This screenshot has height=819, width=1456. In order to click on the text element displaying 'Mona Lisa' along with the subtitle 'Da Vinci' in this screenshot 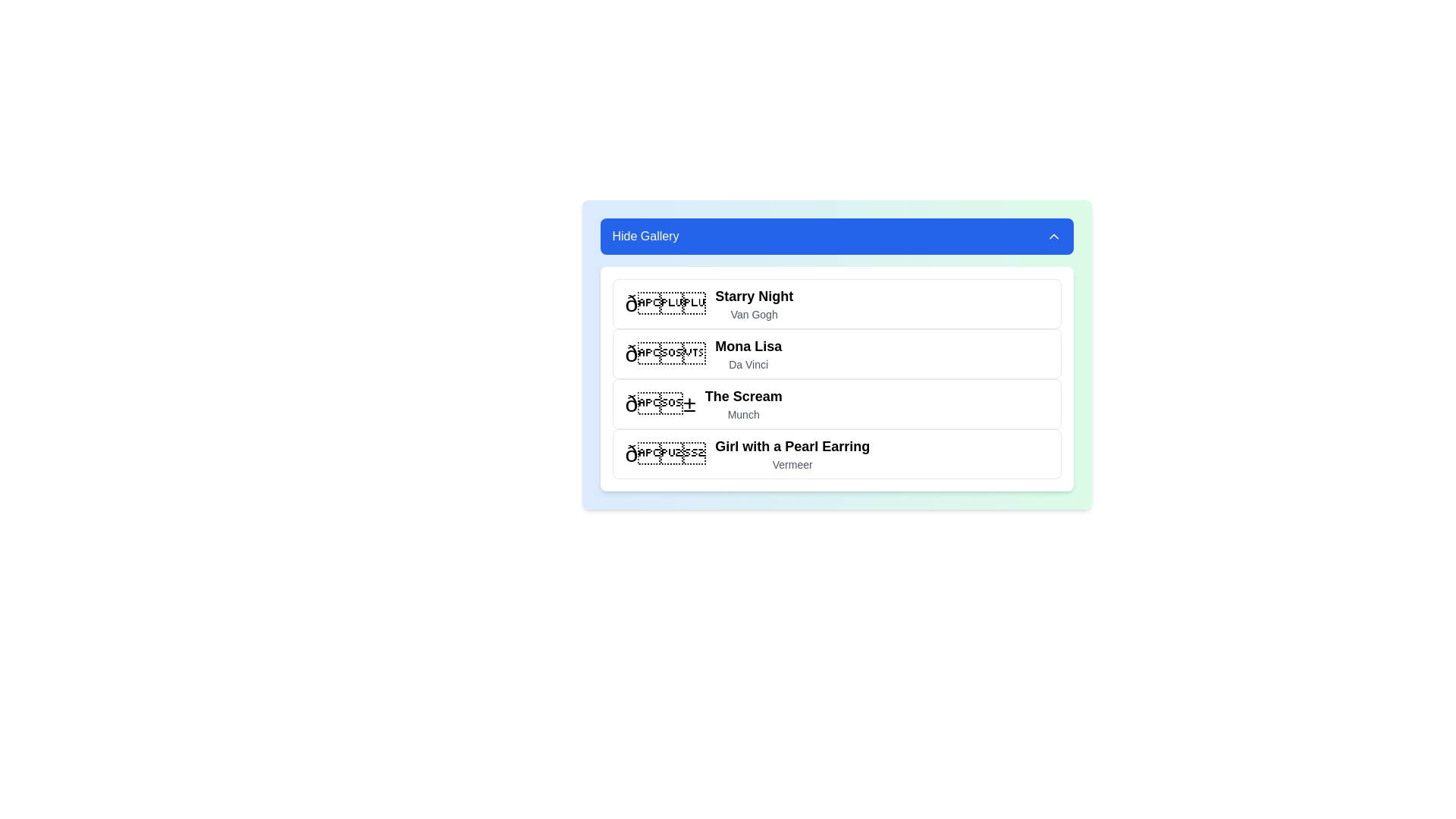, I will do `click(702, 353)`.